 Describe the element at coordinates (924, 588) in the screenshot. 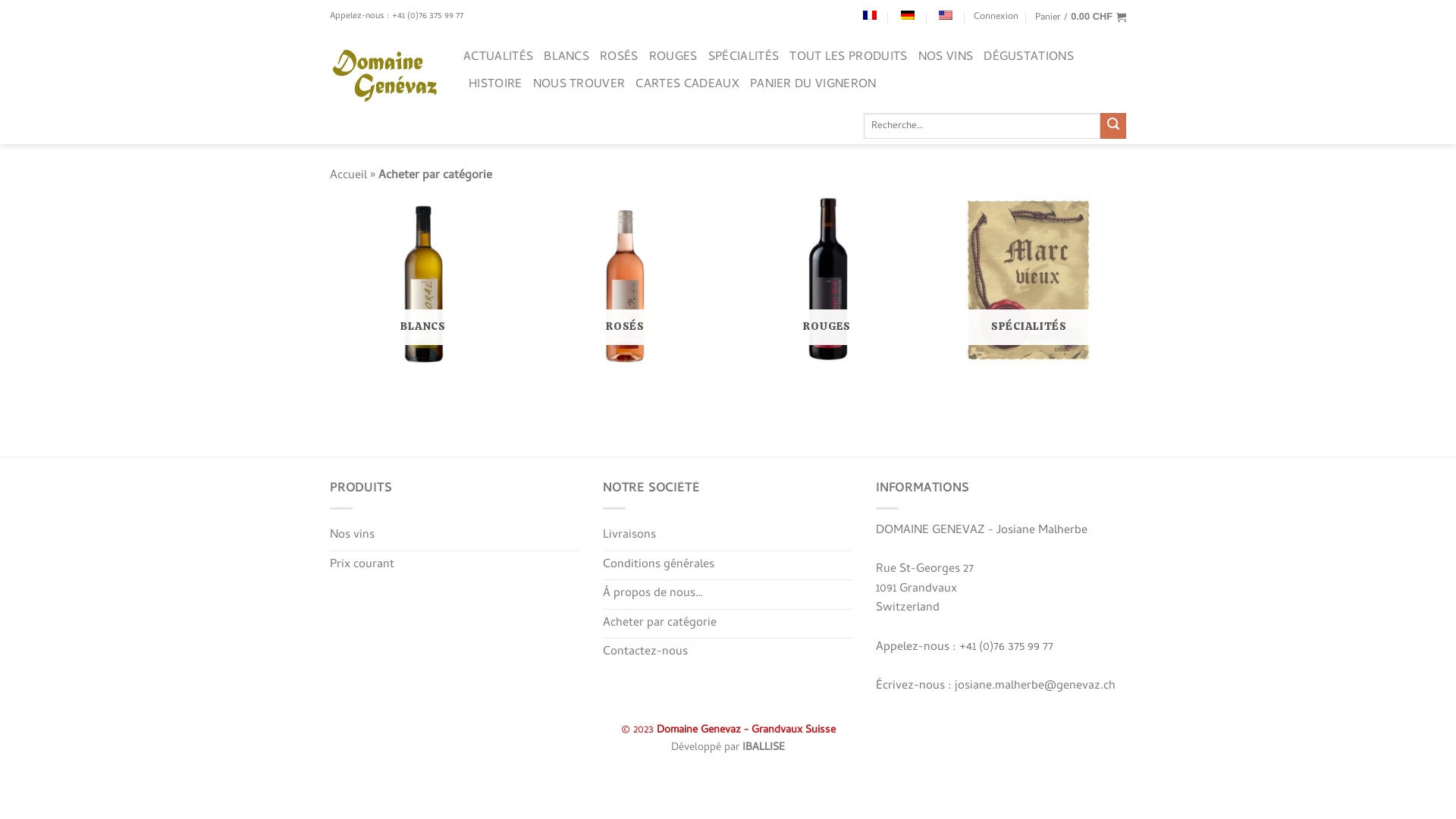

I see `'Rue St-Georges 27` at that location.